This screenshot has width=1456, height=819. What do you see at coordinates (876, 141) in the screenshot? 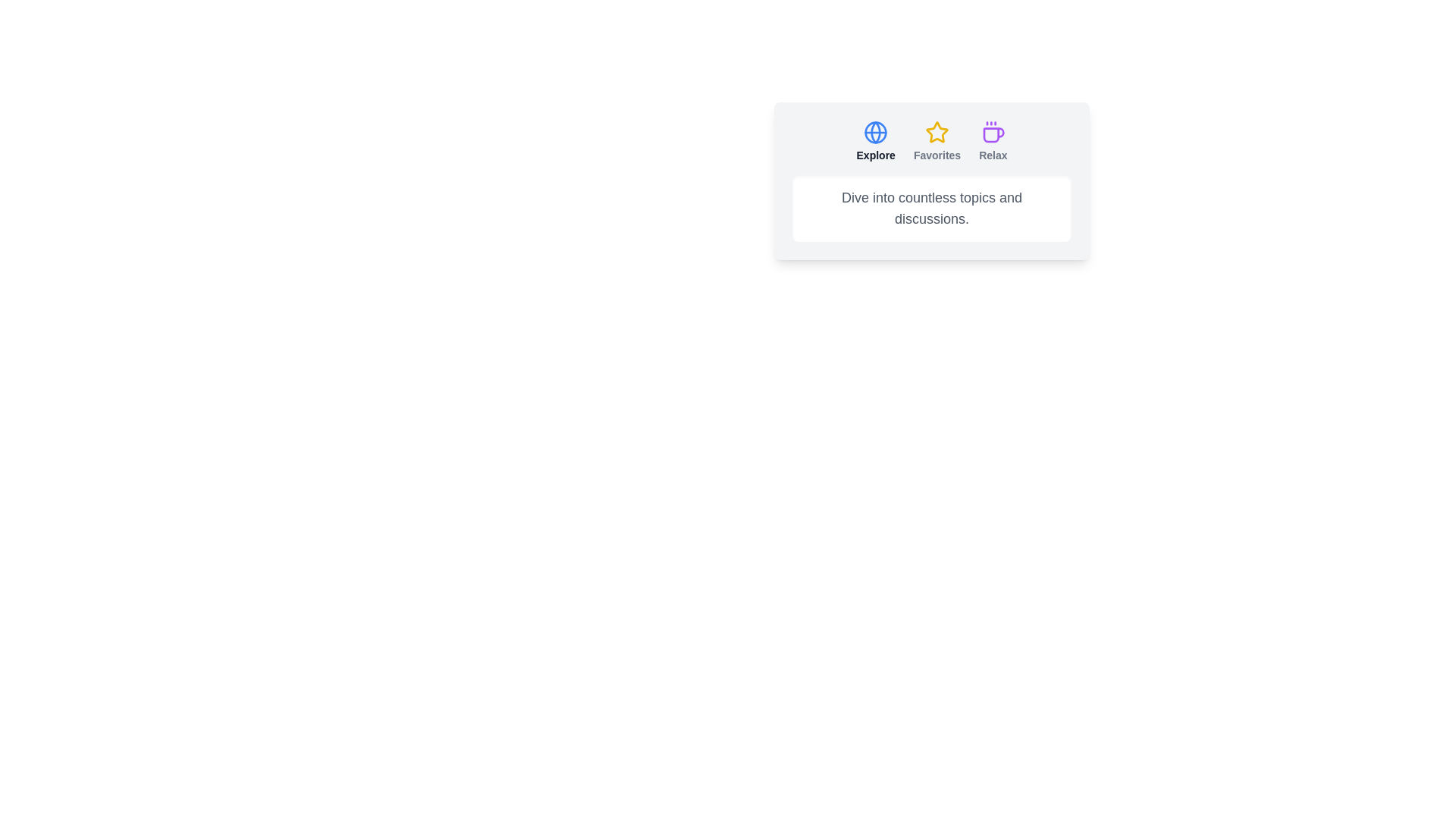
I see `the Explore tab to switch views` at bounding box center [876, 141].